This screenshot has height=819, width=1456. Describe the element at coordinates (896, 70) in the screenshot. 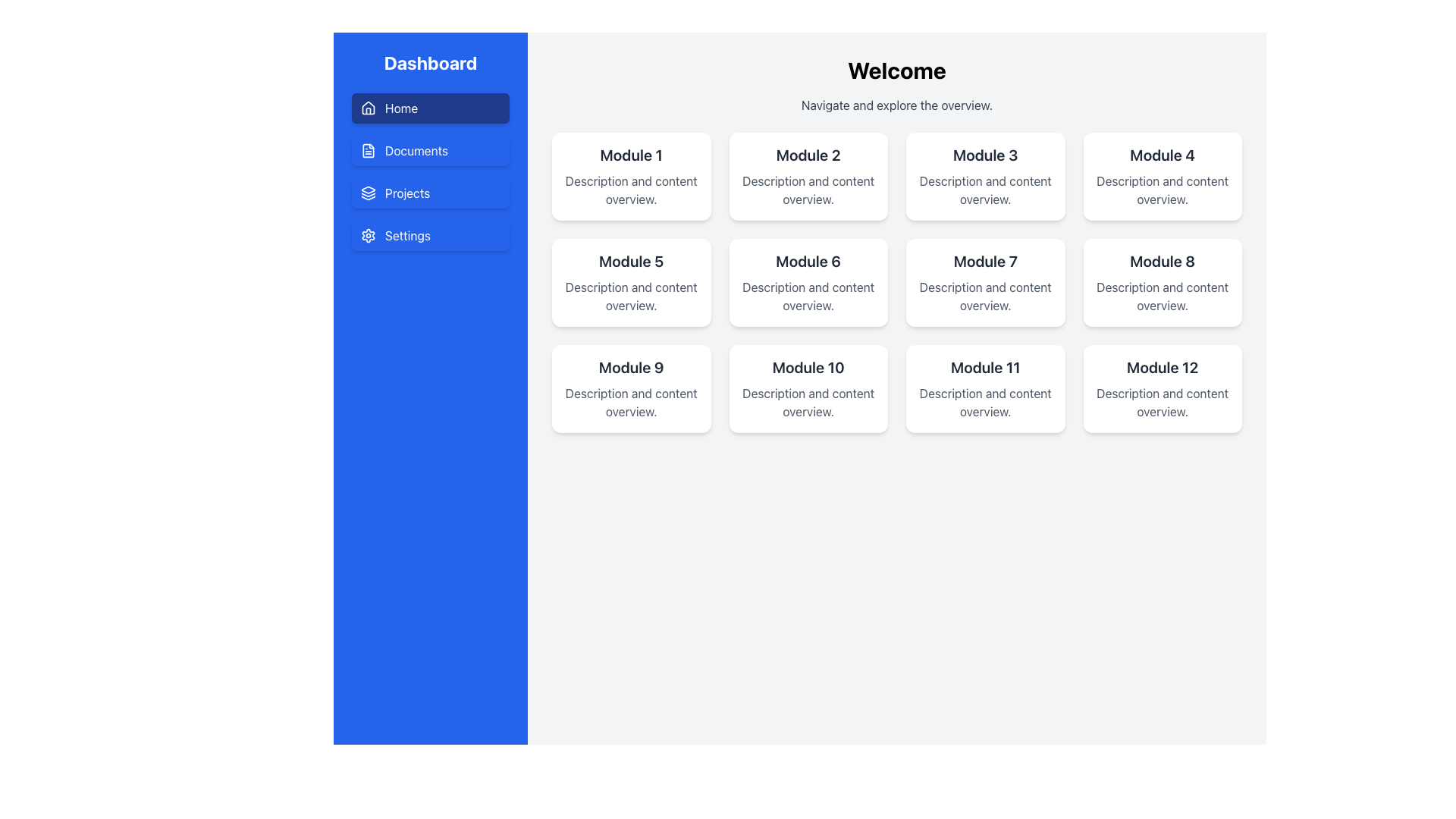

I see `the 'Welcome' text label, which is a prominent heading styled in bold, large black font, located at the top of the main content area` at that location.